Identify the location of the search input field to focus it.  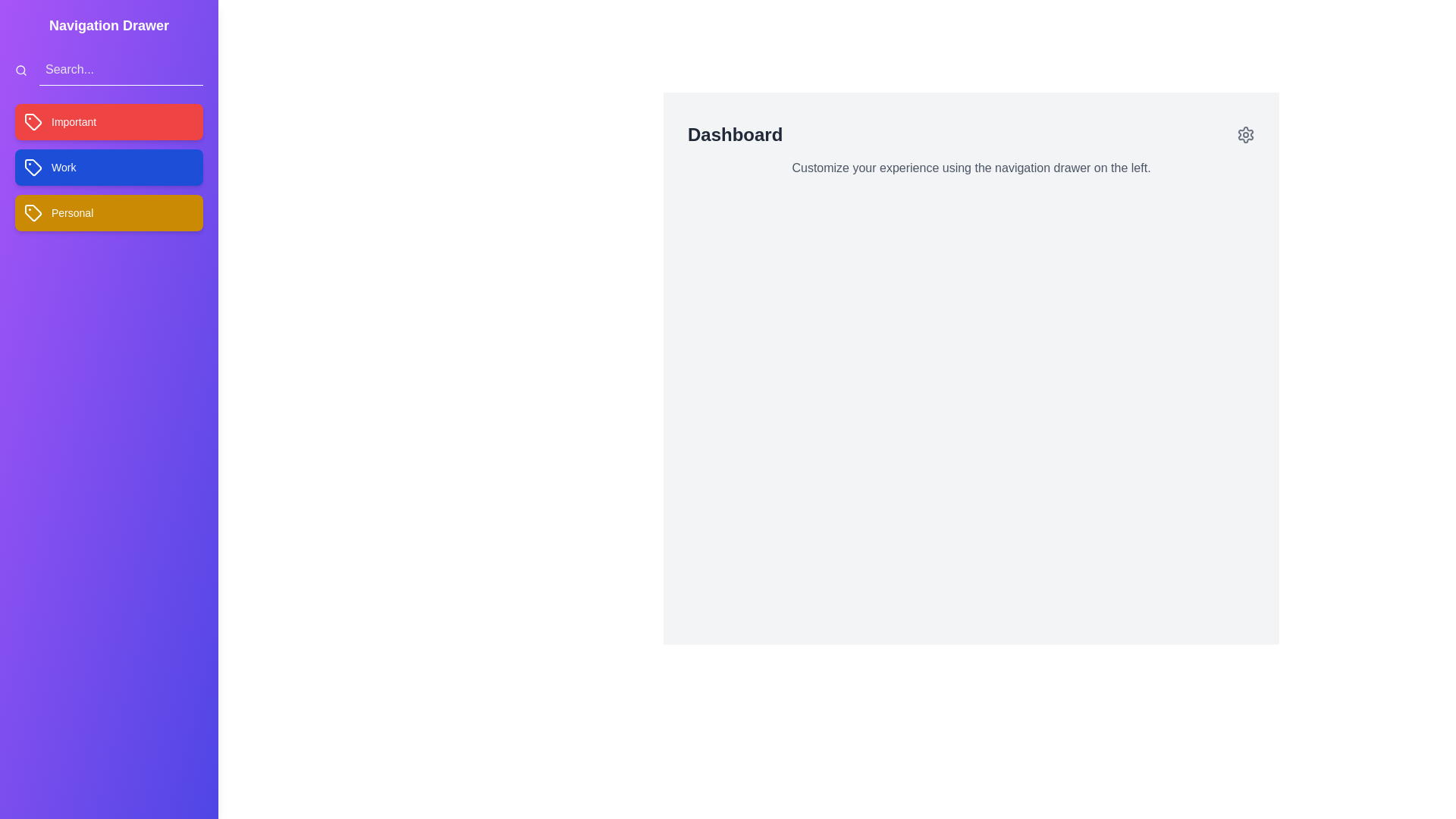
(120, 70).